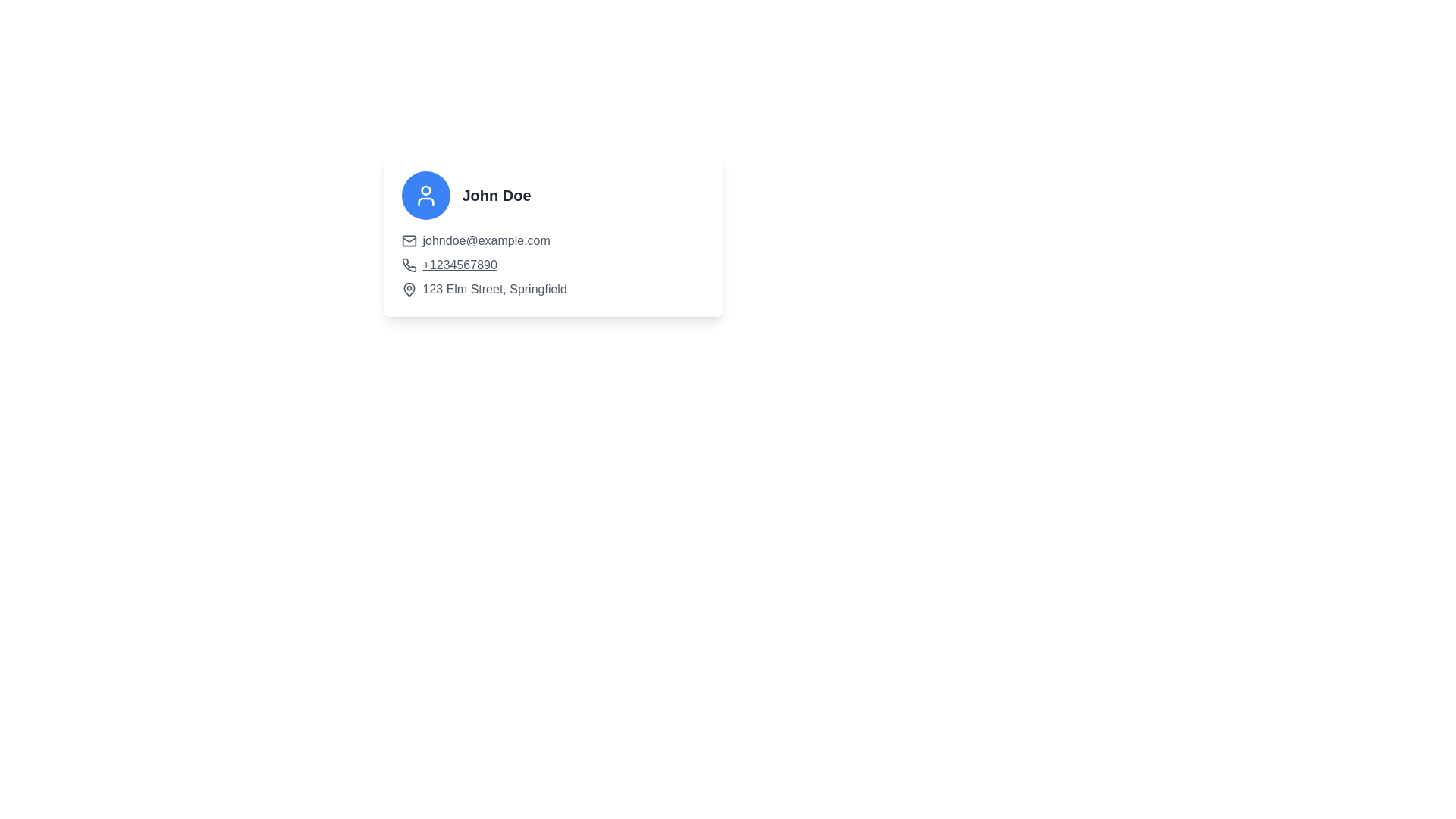 The image size is (1456, 819). What do you see at coordinates (409, 265) in the screenshot?
I see `the gray telephone receiver icon located to the left of the phone number '+1234567890'` at bounding box center [409, 265].